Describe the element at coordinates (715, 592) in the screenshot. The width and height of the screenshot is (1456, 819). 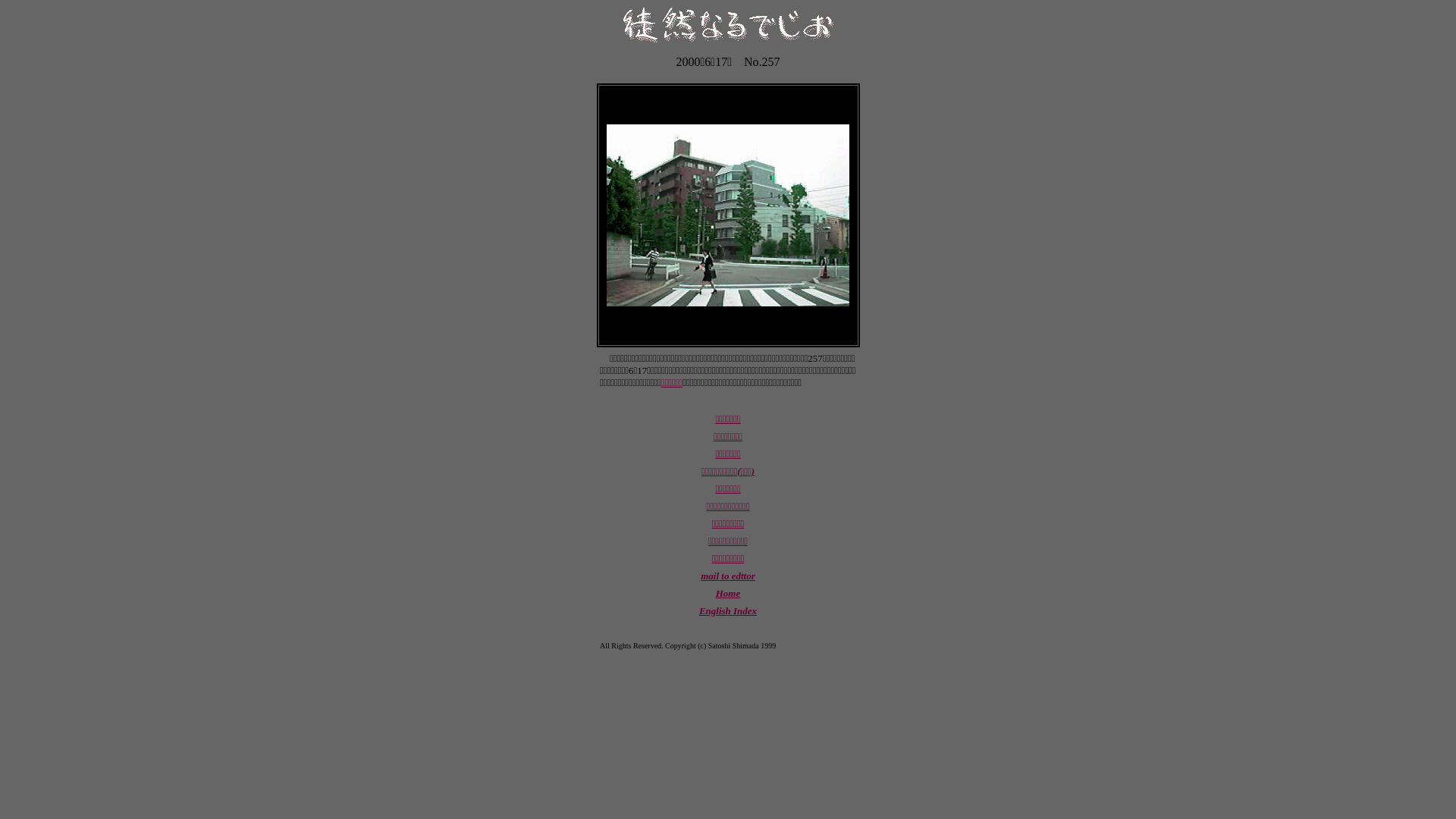
I see `'Home'` at that location.